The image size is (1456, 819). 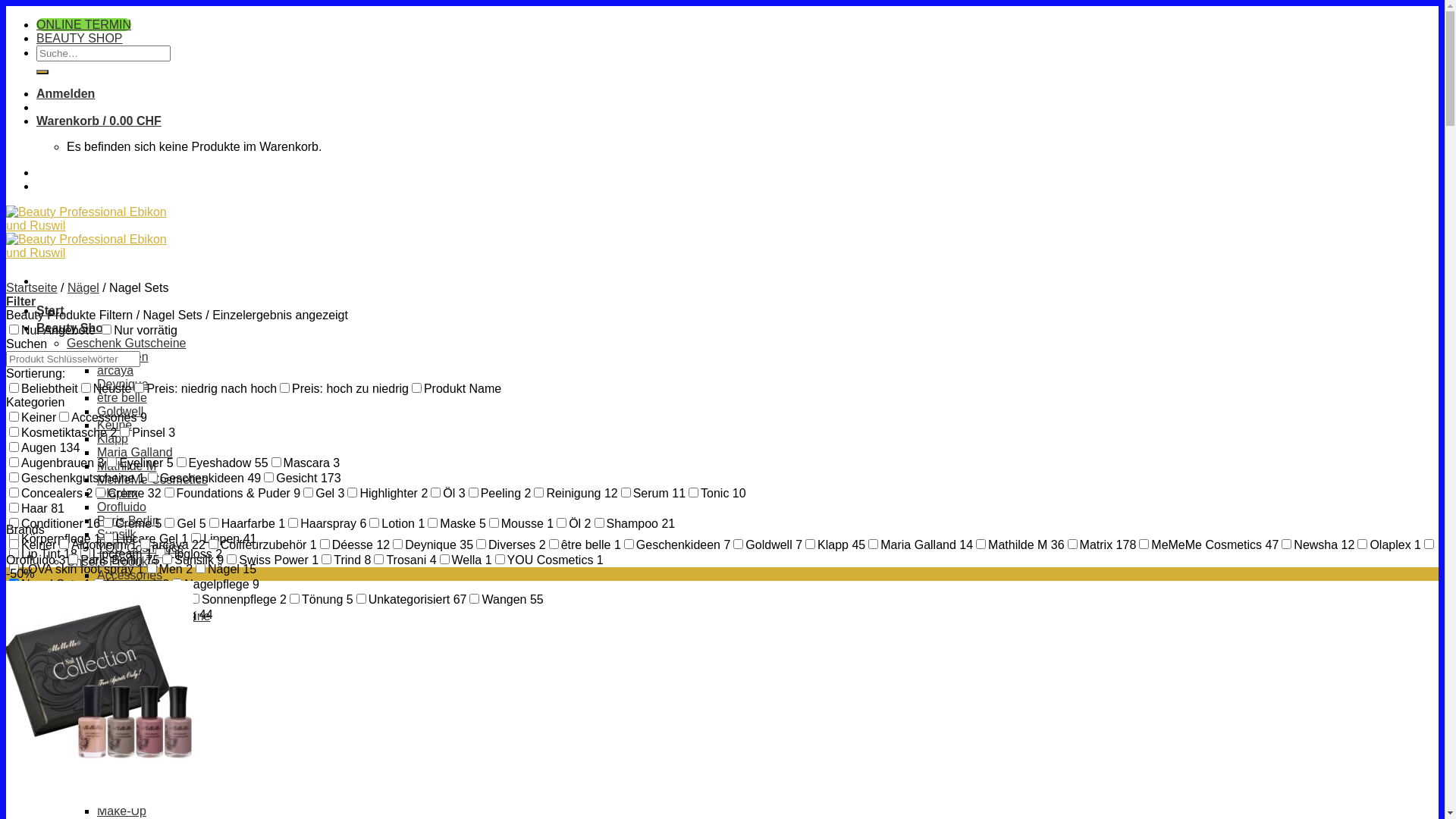 I want to click on 'Sunsilk', so click(x=115, y=533).